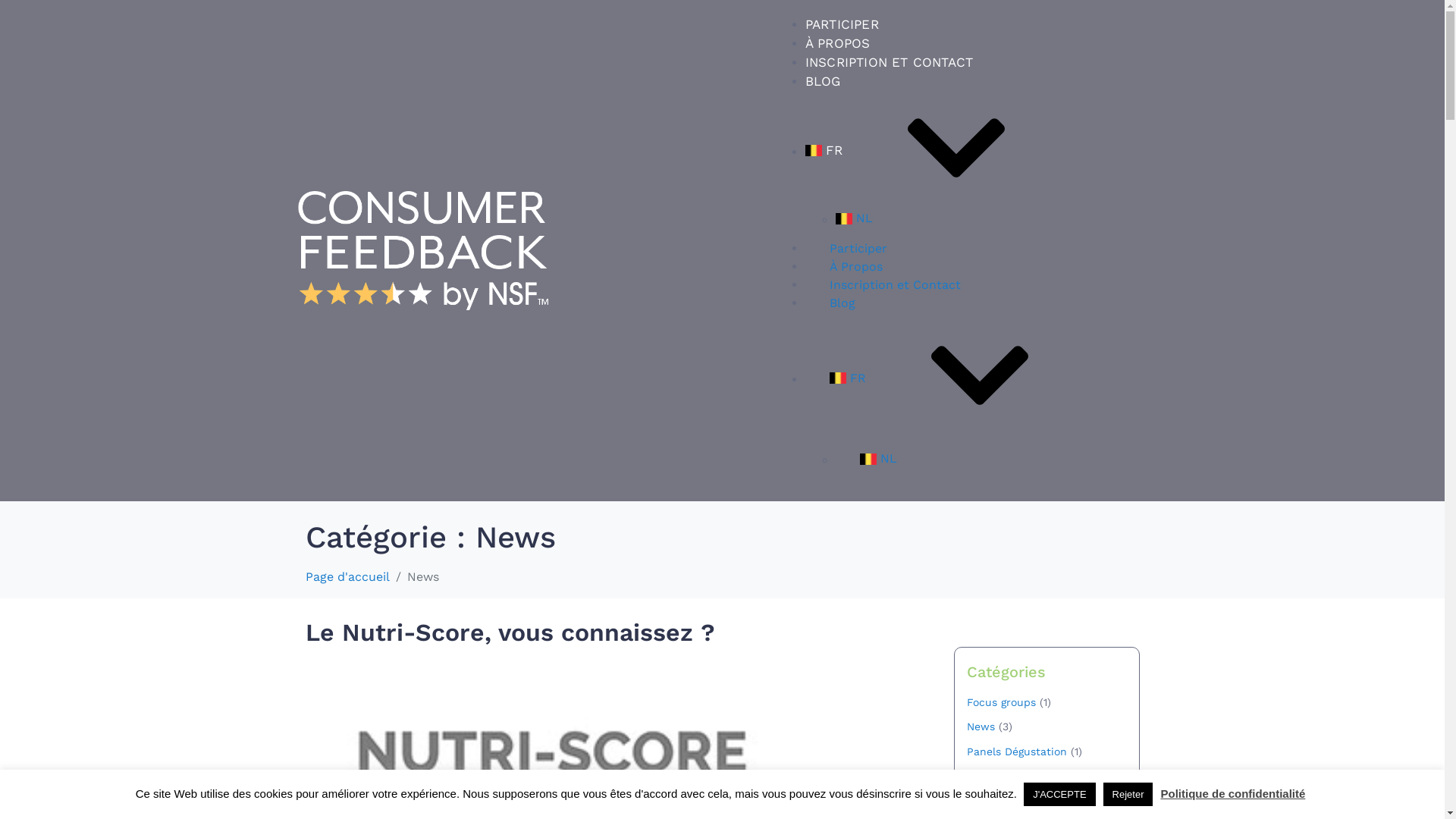  Describe the element at coordinates (304, 576) in the screenshot. I see `'Page d'accueil'` at that location.